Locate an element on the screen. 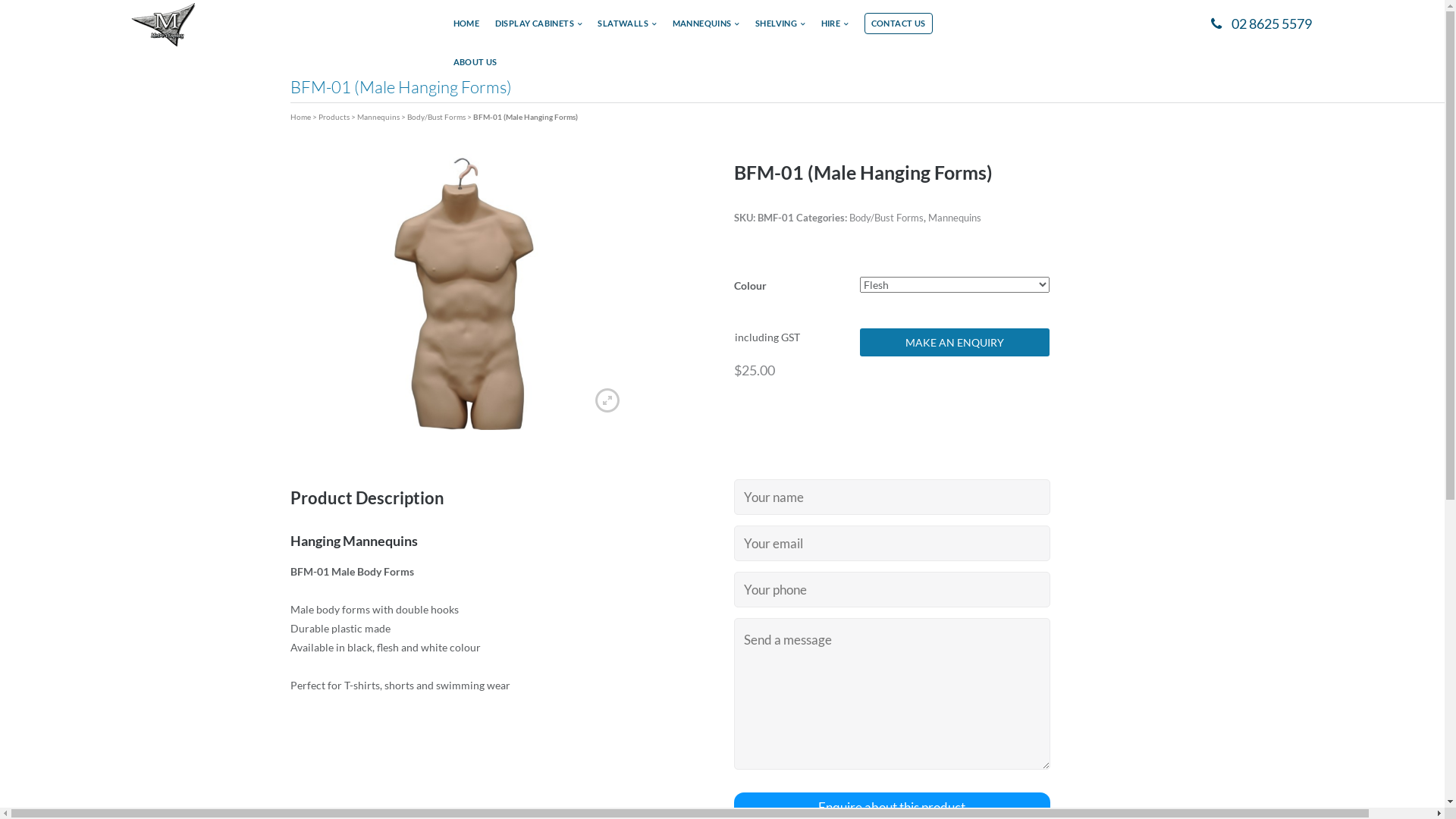  'HOME' is located at coordinates (466, 28).